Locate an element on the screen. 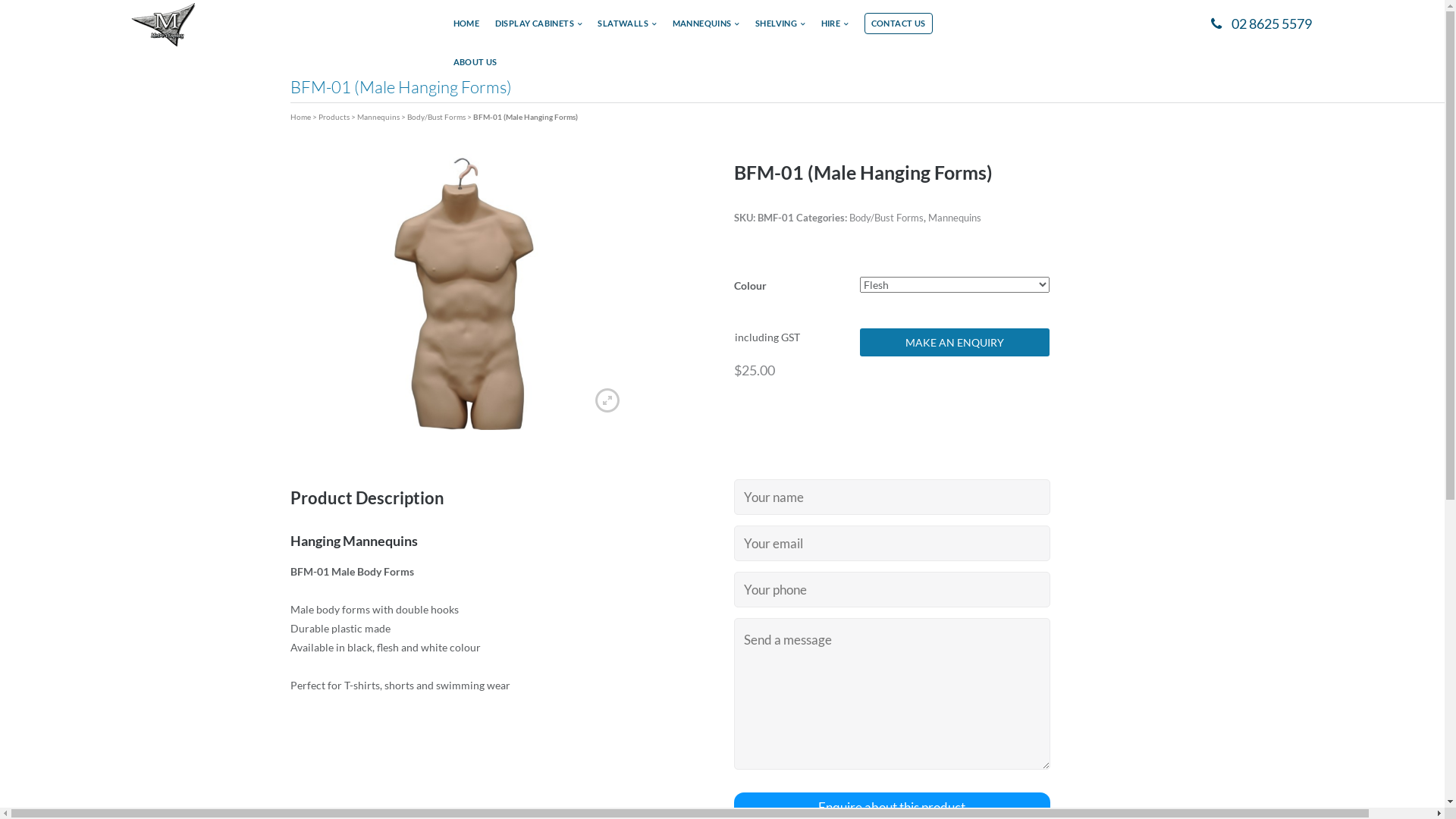  'HOME' is located at coordinates (466, 28).